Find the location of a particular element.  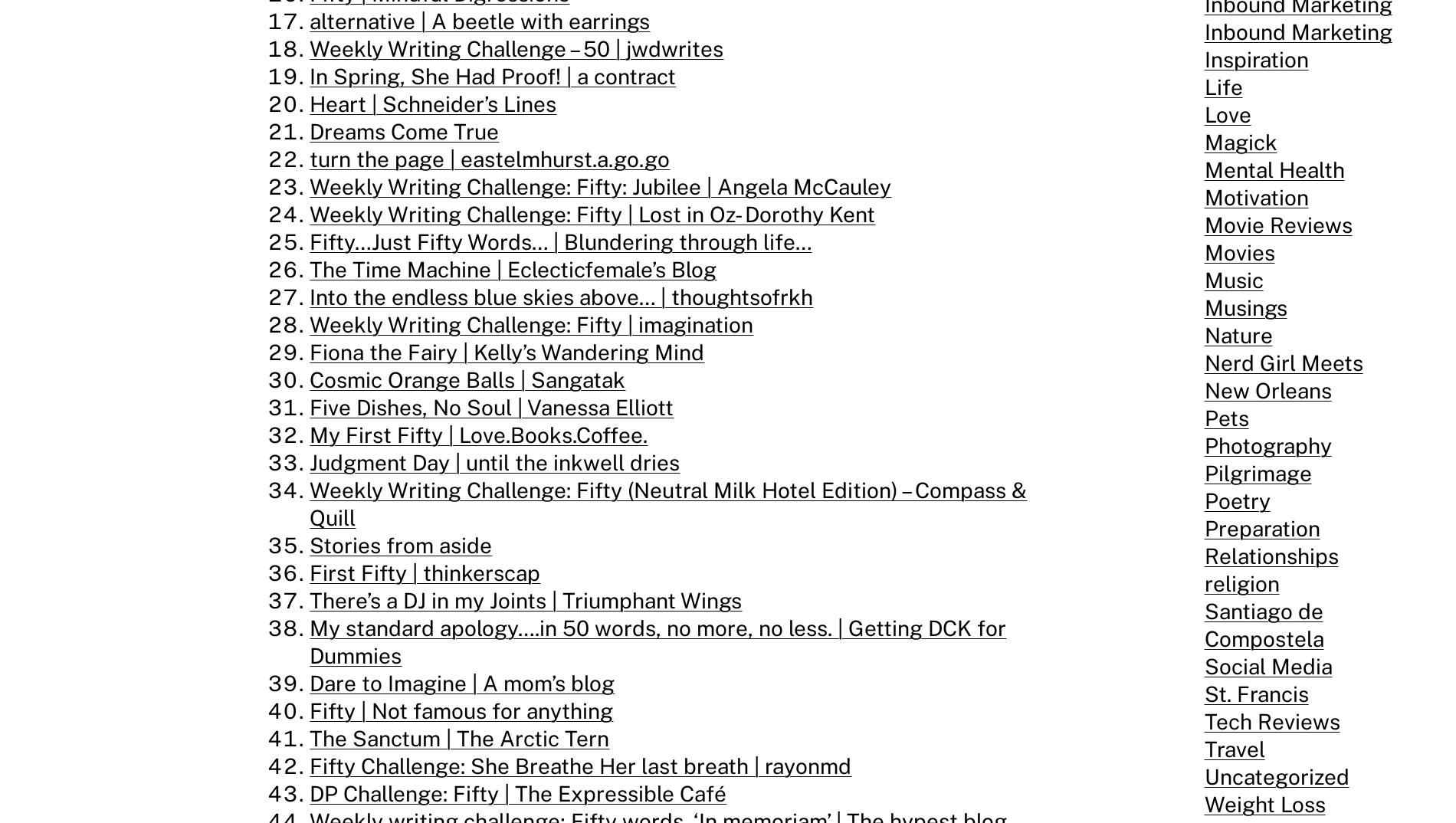

'Motivation' is located at coordinates (1255, 196).